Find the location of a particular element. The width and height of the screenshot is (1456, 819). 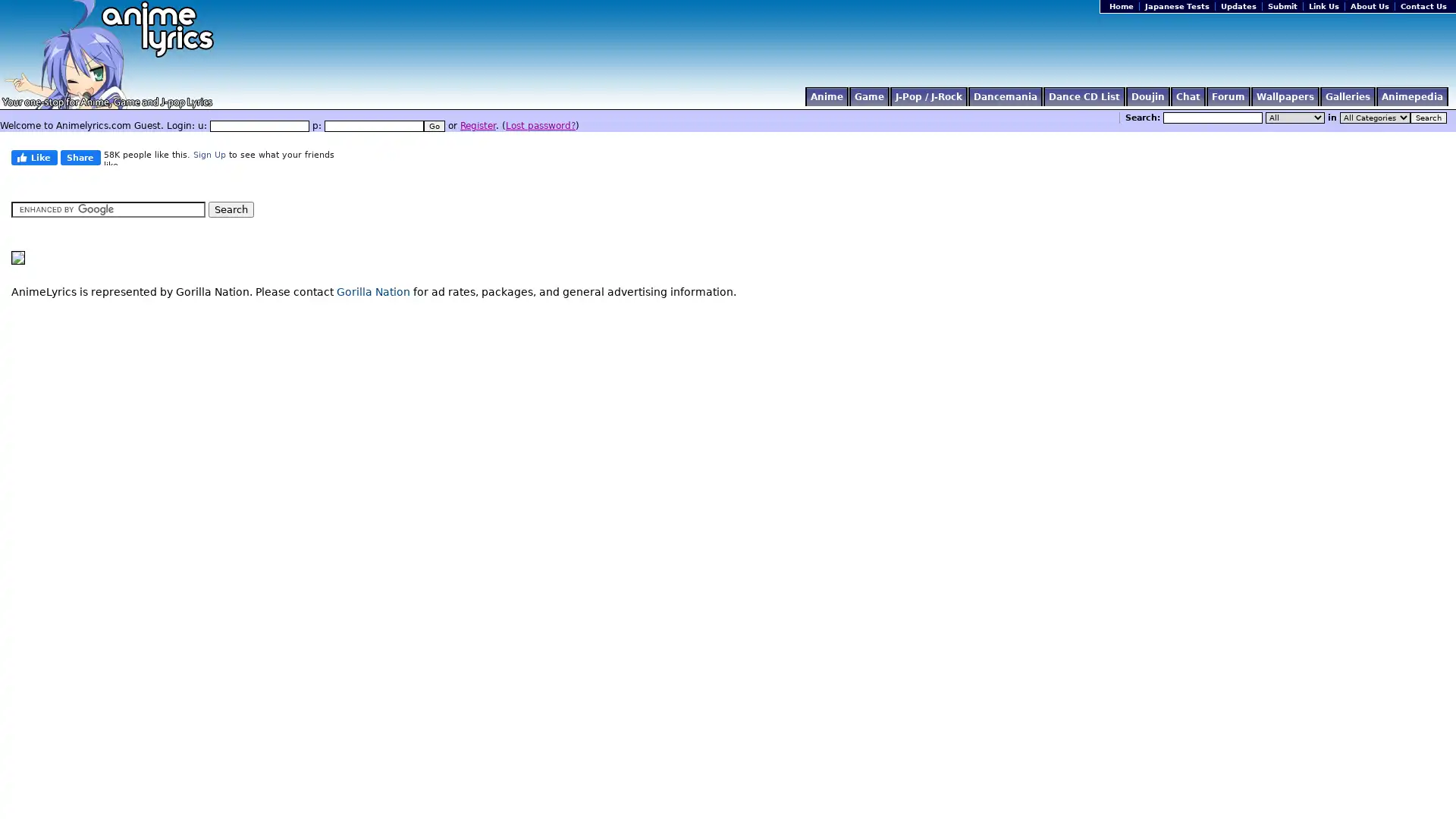

Search is located at coordinates (231, 209).